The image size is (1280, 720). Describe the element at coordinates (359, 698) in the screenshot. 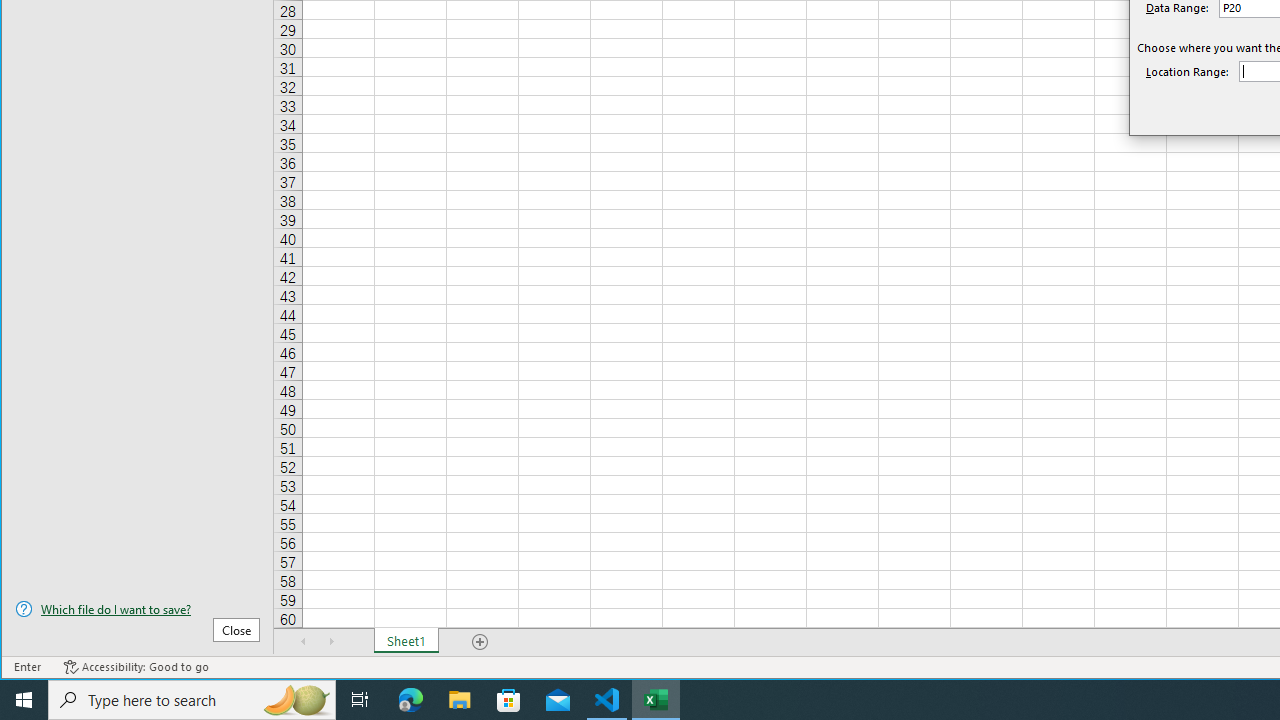

I see `'Task View'` at that location.